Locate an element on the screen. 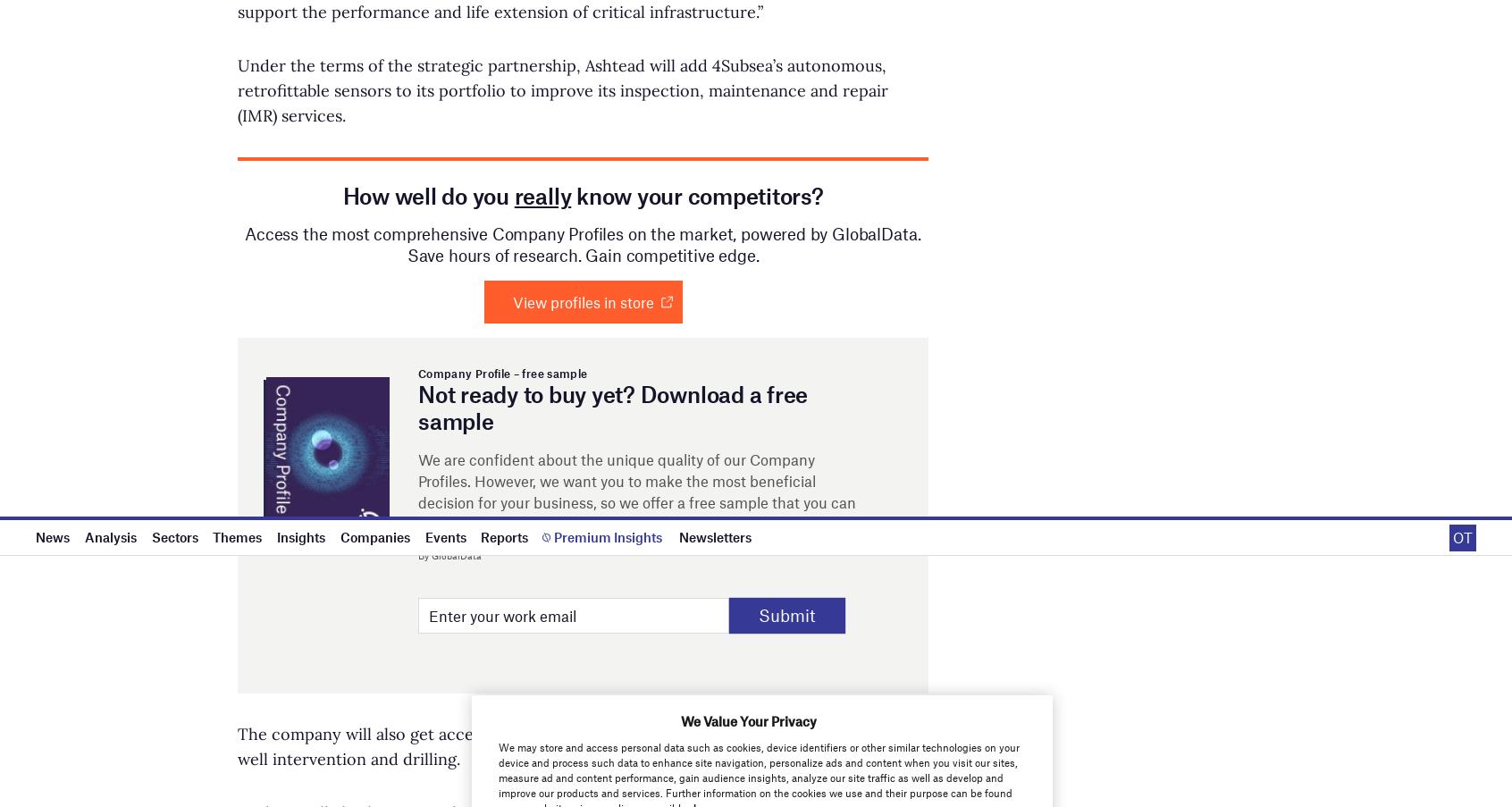 The width and height of the screenshot is (1512, 807). 'Terms and conditions' is located at coordinates (1141, 39).